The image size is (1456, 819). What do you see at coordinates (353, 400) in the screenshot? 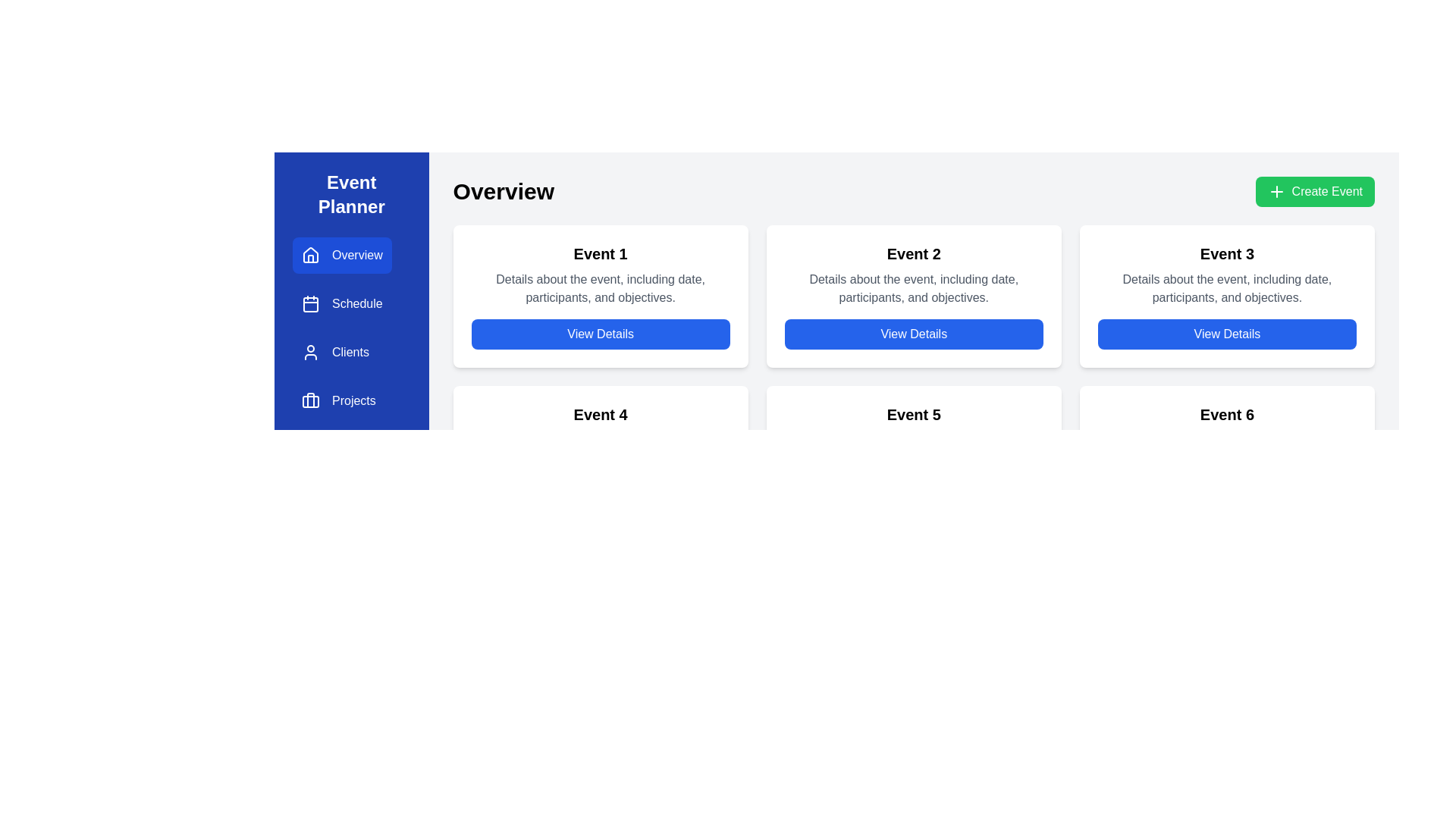
I see `the 'Projects' text label in the vertical navigation menu` at bounding box center [353, 400].